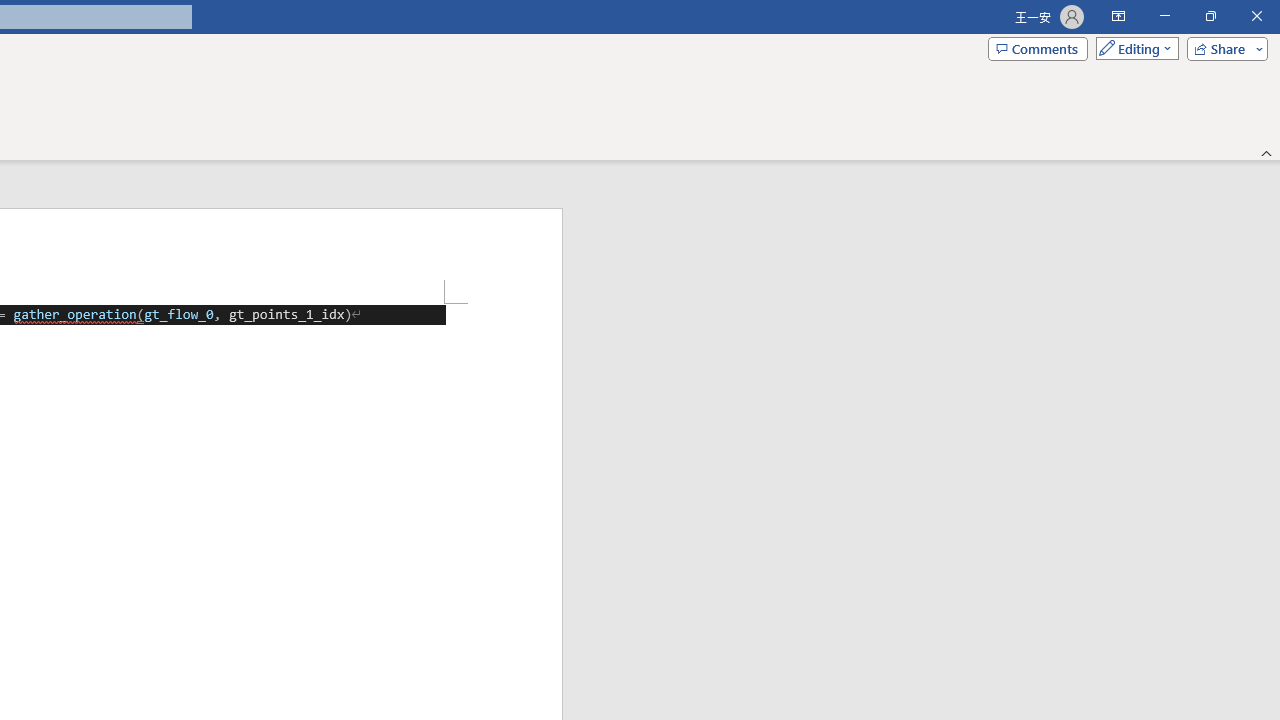  What do you see at coordinates (1255, 16) in the screenshot?
I see `'Close'` at bounding box center [1255, 16].